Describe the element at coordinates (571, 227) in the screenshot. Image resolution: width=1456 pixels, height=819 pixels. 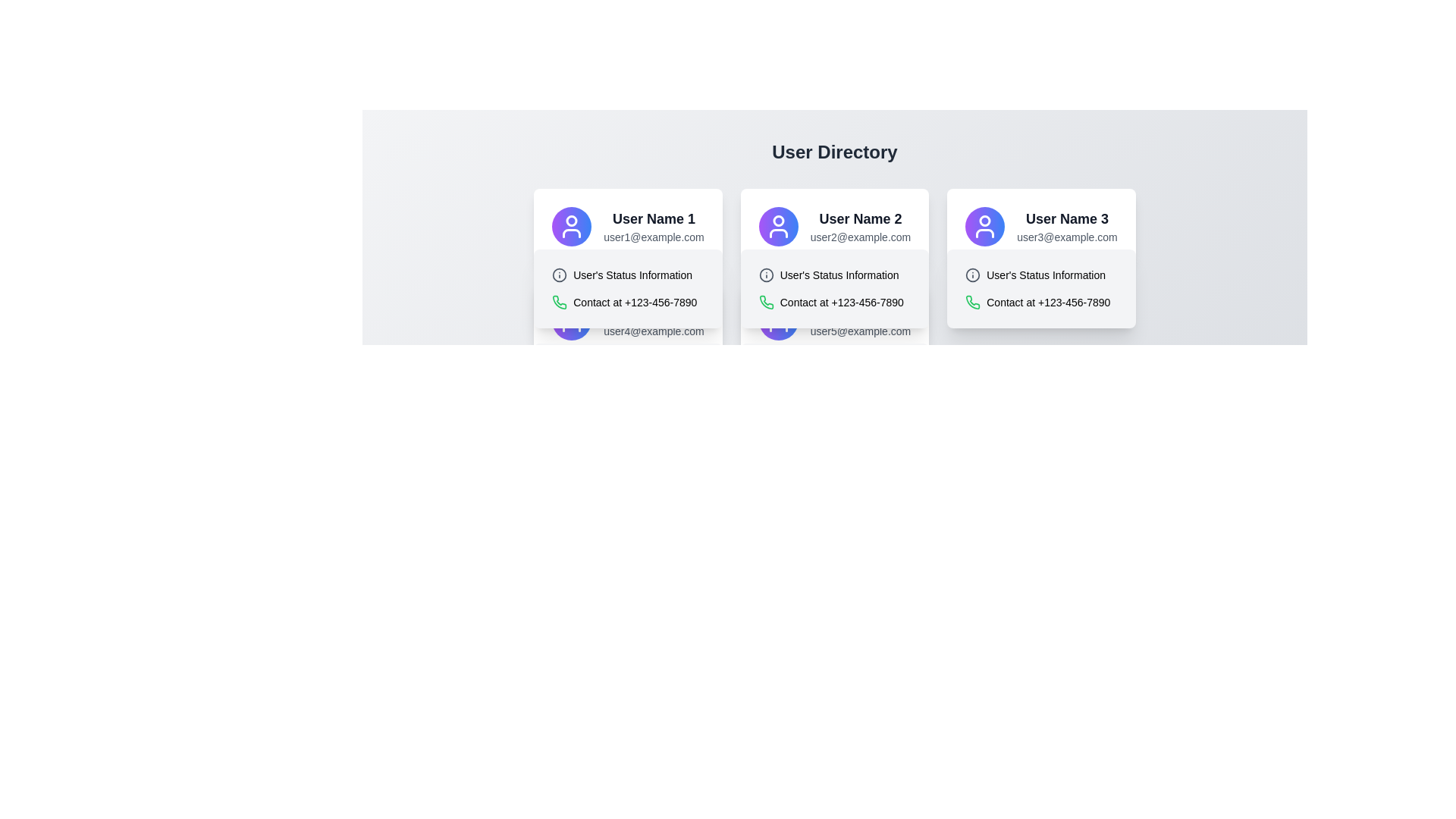
I see `the profile icon located in the top-left part of the first user card, above the text 'User Name 1' and 'user1@example.com'` at that location.